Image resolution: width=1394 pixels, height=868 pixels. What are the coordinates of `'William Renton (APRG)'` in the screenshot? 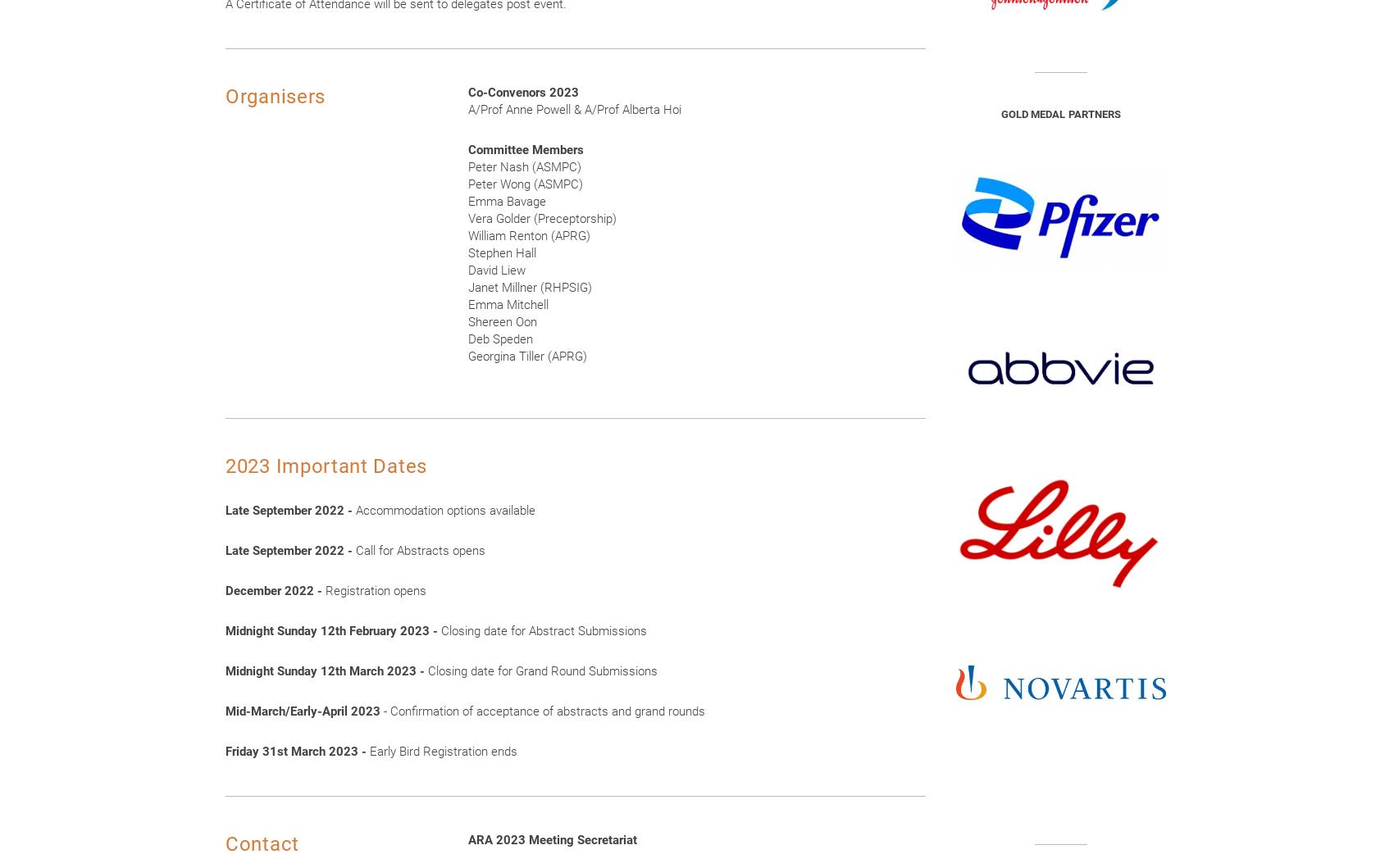 It's located at (467, 236).